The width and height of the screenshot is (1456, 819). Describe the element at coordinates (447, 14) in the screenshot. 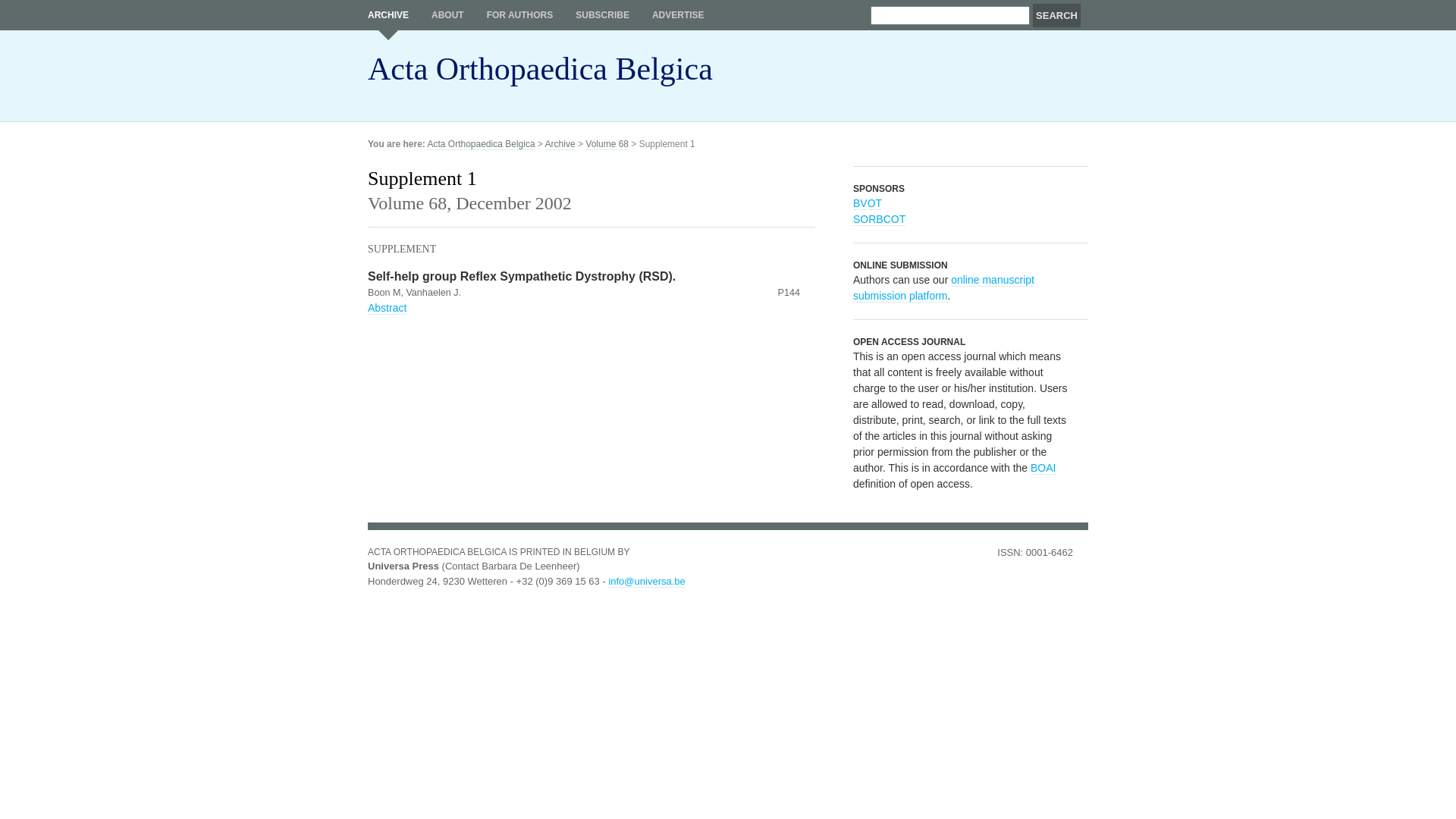

I see `'ABOUT'` at that location.